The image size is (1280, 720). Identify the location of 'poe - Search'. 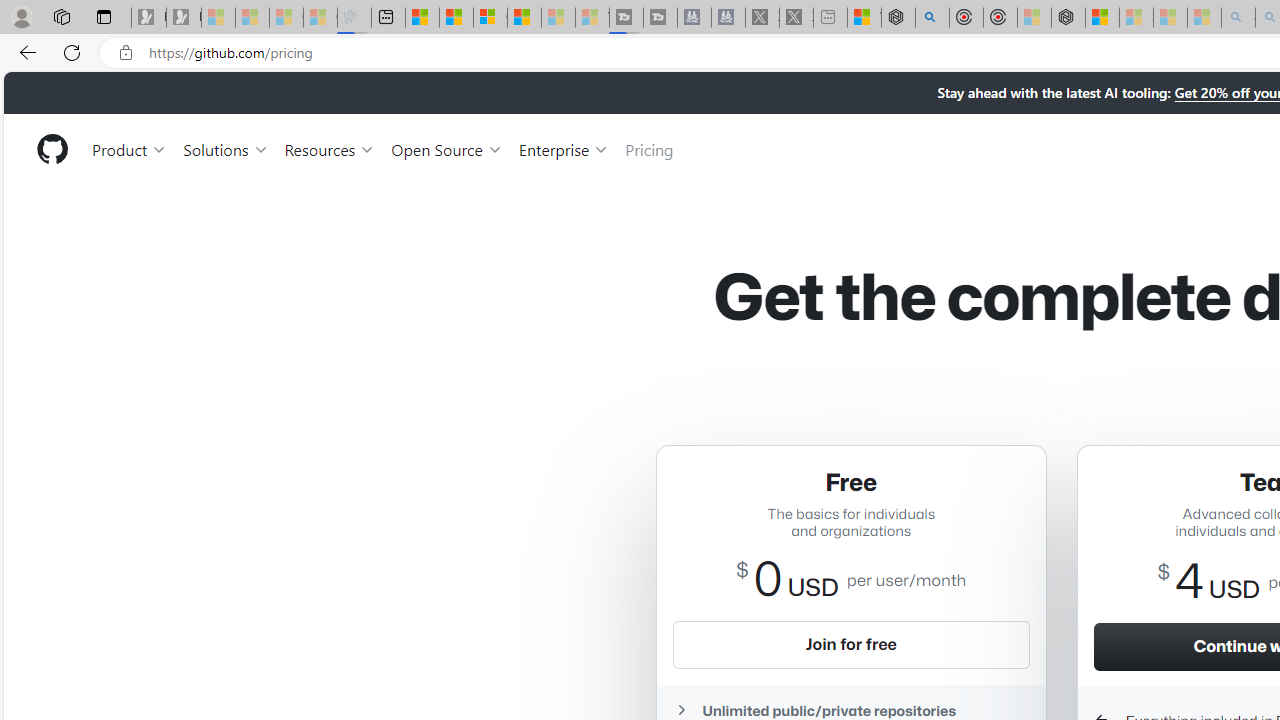
(931, 17).